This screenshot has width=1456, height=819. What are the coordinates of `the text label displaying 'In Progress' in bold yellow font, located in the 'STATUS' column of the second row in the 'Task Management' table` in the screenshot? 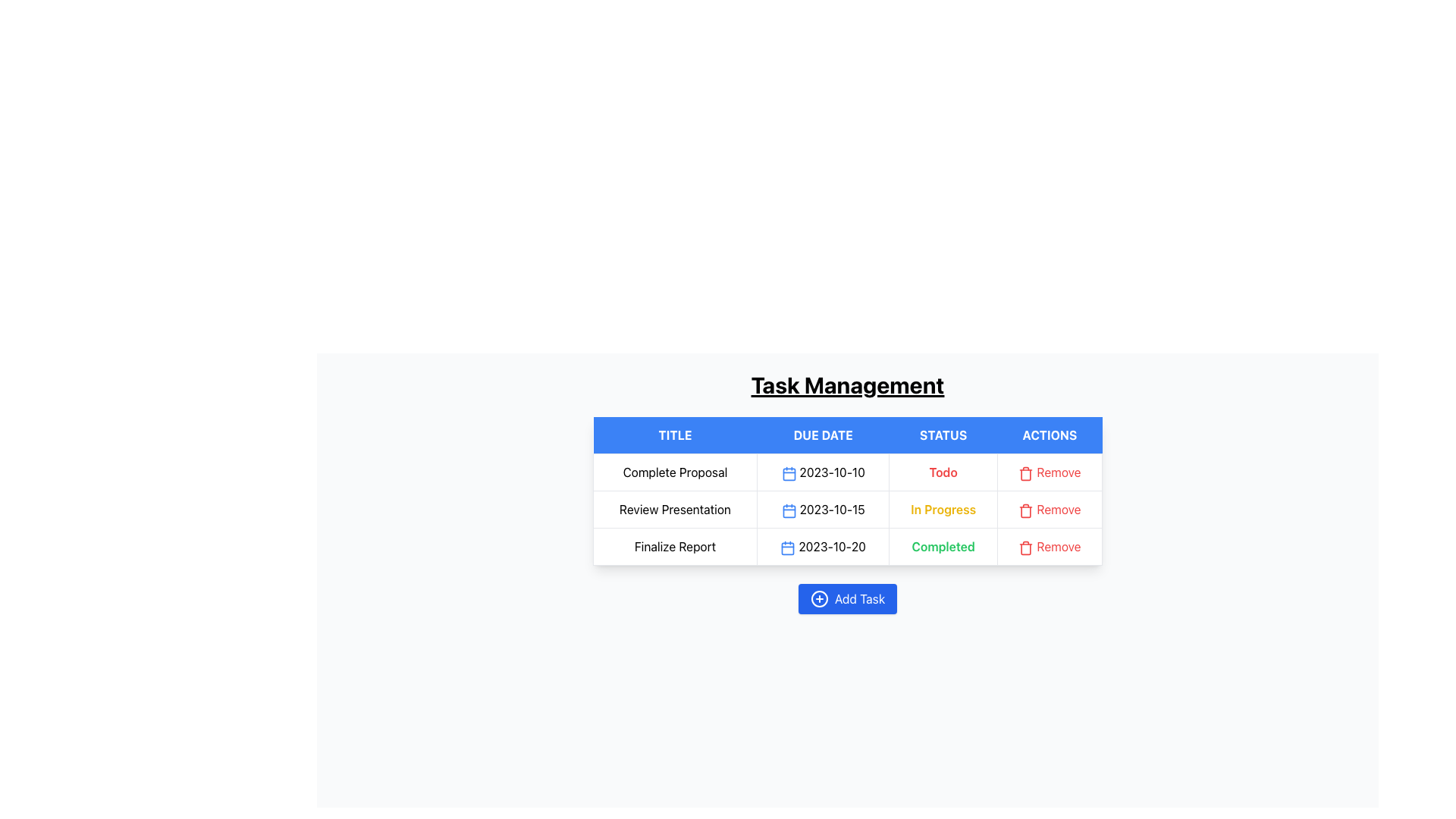 It's located at (943, 509).